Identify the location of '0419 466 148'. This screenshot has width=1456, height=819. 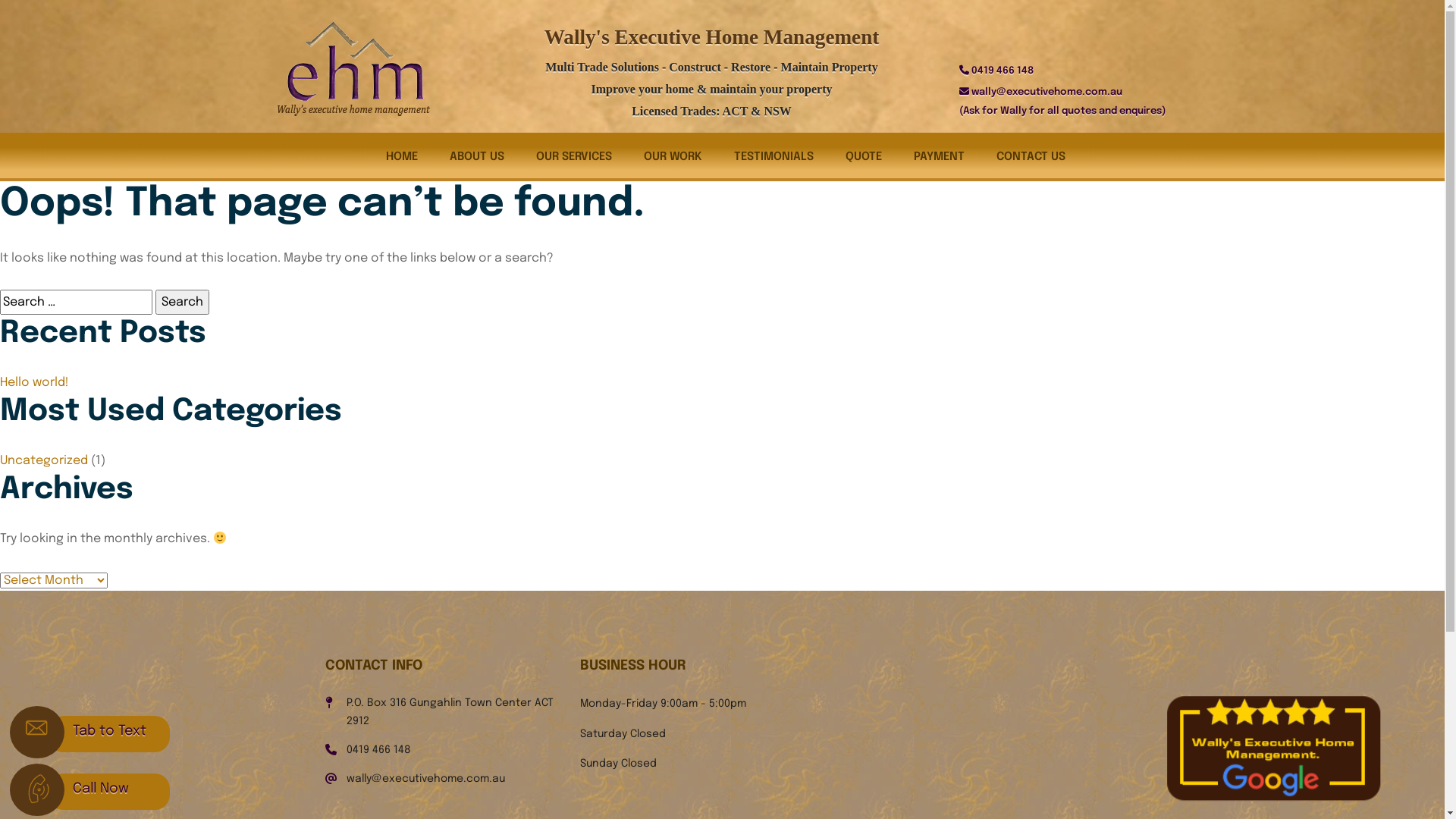
(378, 748).